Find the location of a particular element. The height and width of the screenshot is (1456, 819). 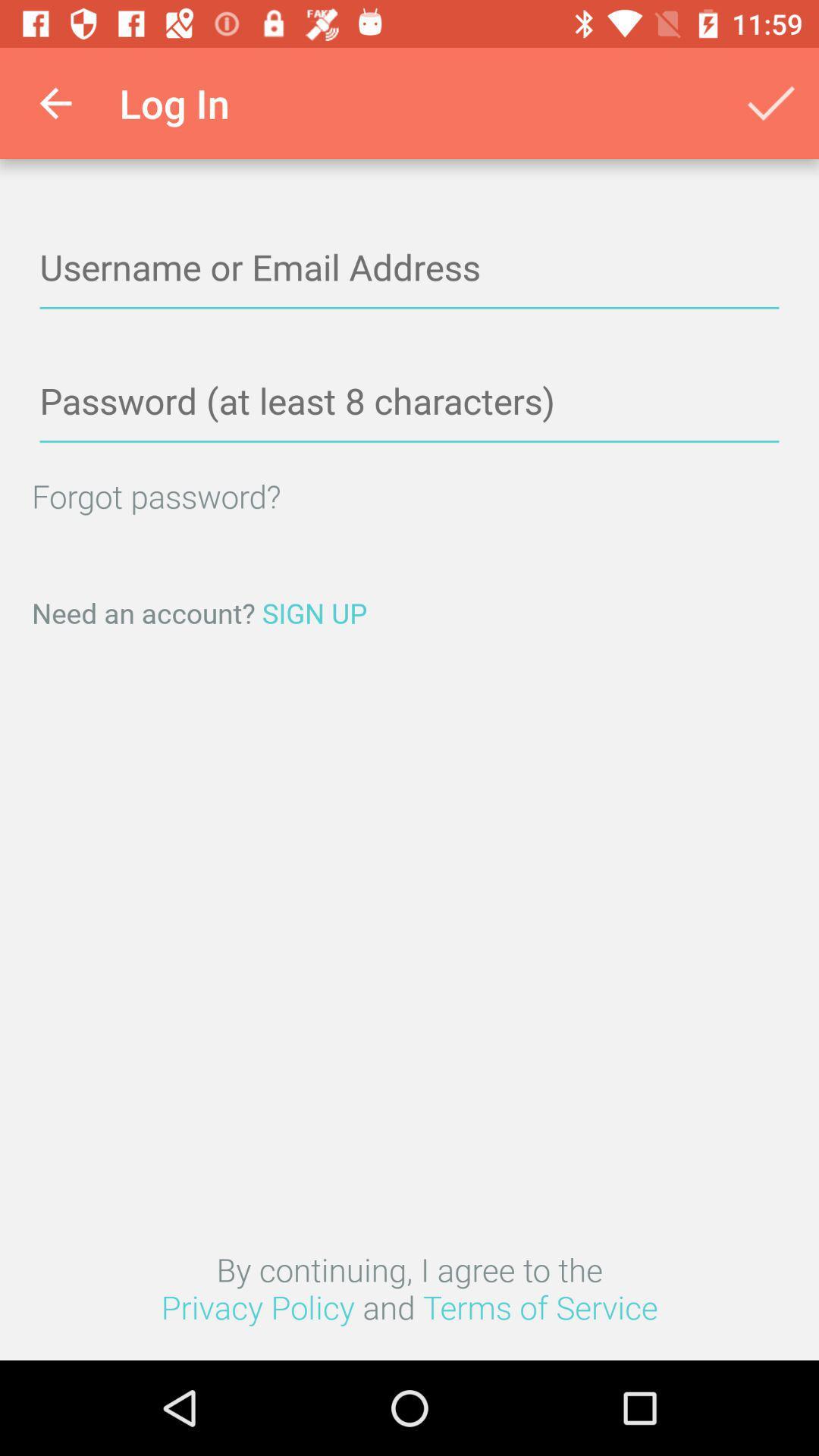

username or email address text input field is located at coordinates (409, 268).